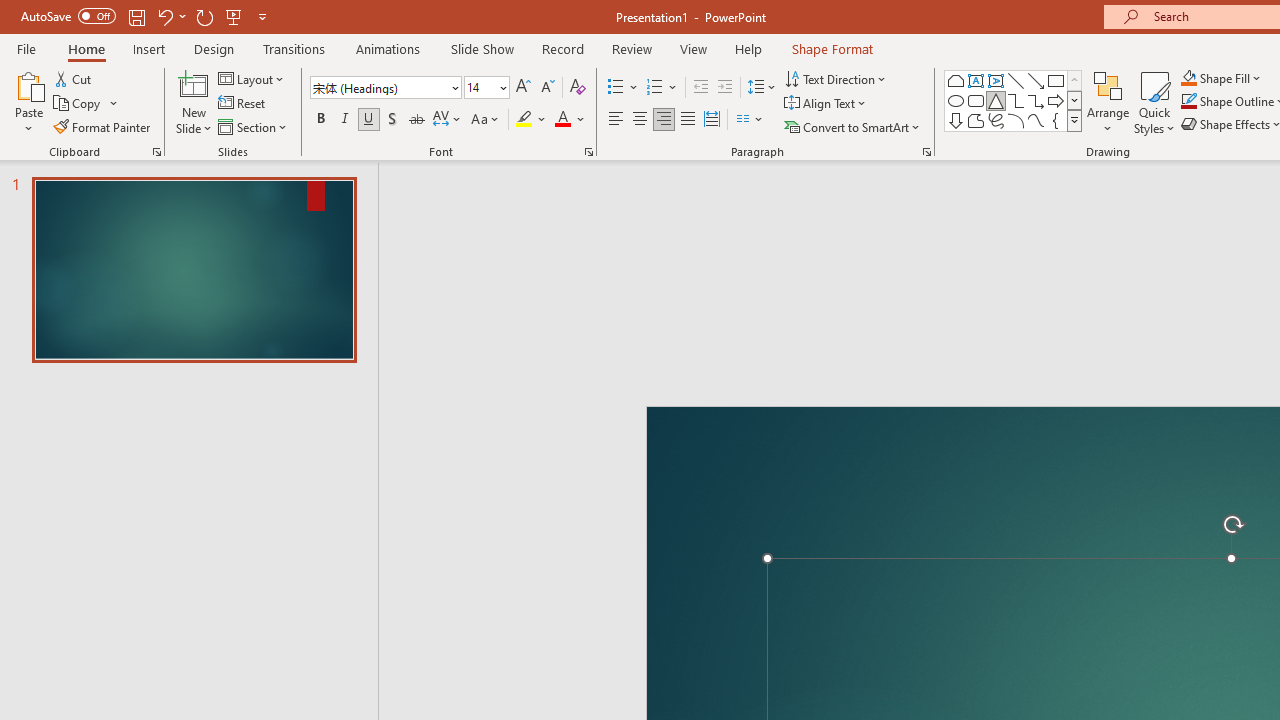 This screenshot has height=720, width=1280. What do you see at coordinates (955, 80) in the screenshot?
I see `'Rectangle: Top Corners Snipped'` at bounding box center [955, 80].